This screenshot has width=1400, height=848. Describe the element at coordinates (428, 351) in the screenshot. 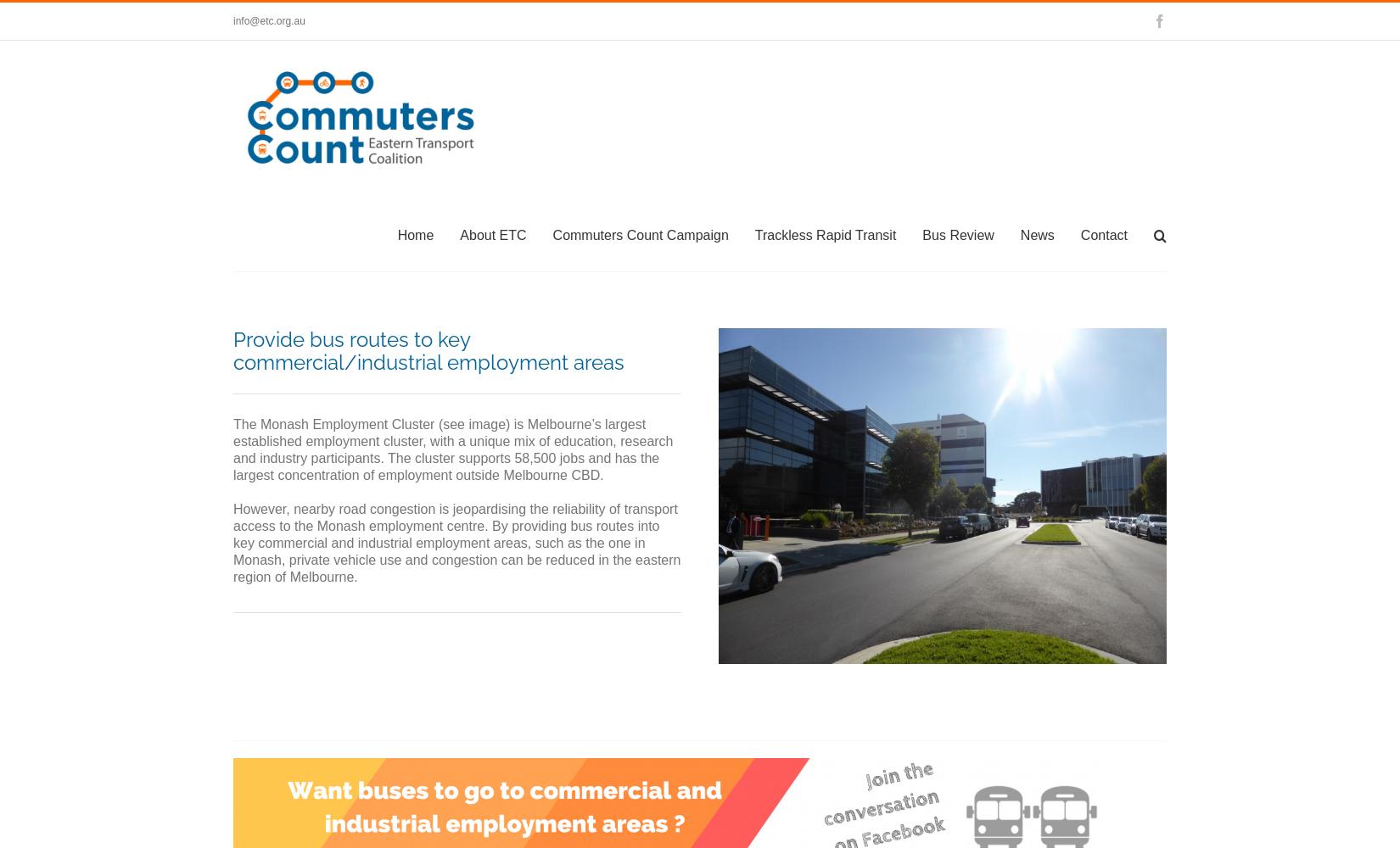

I see `'Provide bus routes to key commercial/industrial employment areas'` at that location.